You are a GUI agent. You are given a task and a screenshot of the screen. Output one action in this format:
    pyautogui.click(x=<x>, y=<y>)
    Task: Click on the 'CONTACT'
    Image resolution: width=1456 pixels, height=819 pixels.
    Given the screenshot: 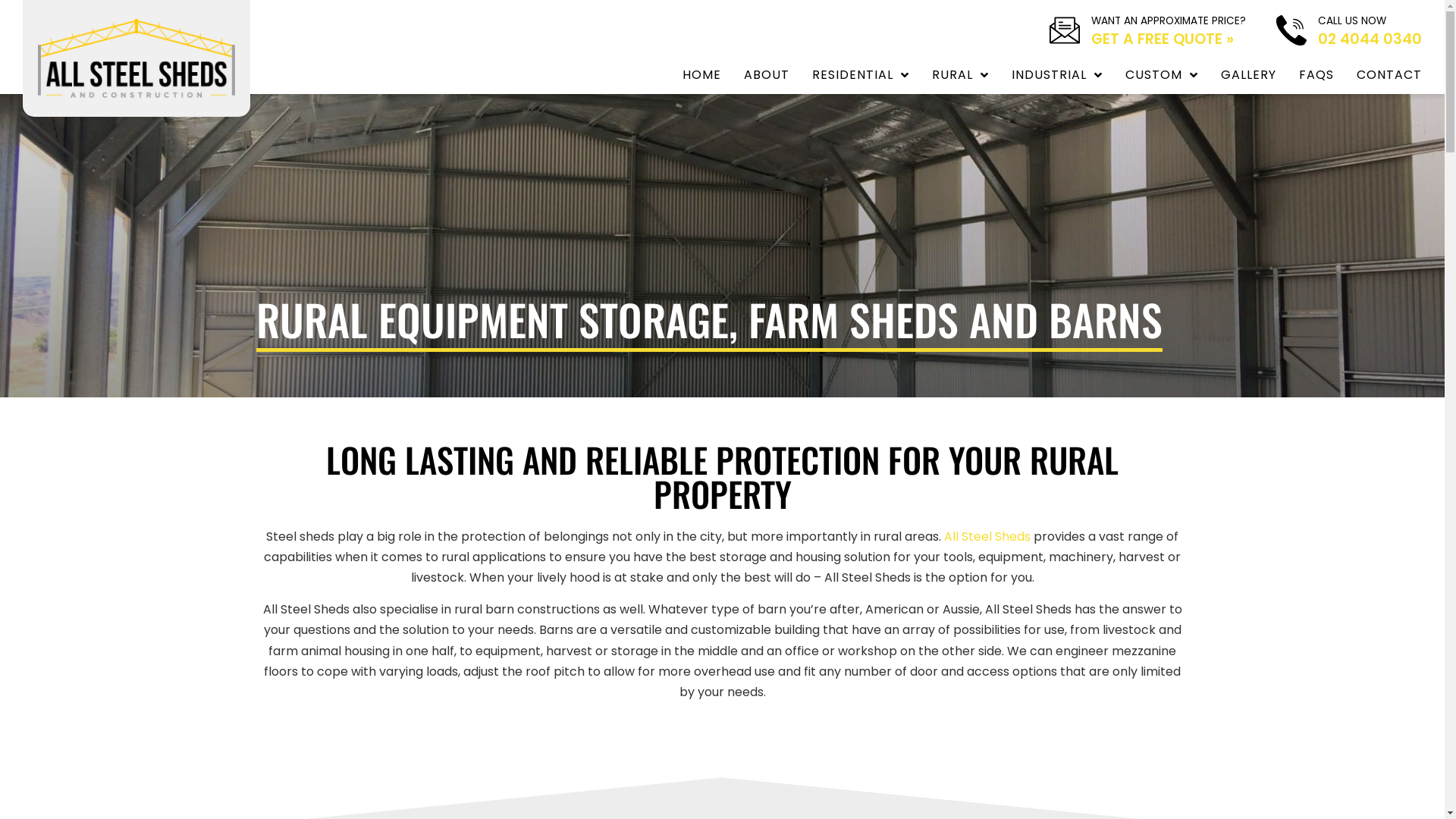 What is the action you would take?
    pyautogui.click(x=1389, y=75)
    